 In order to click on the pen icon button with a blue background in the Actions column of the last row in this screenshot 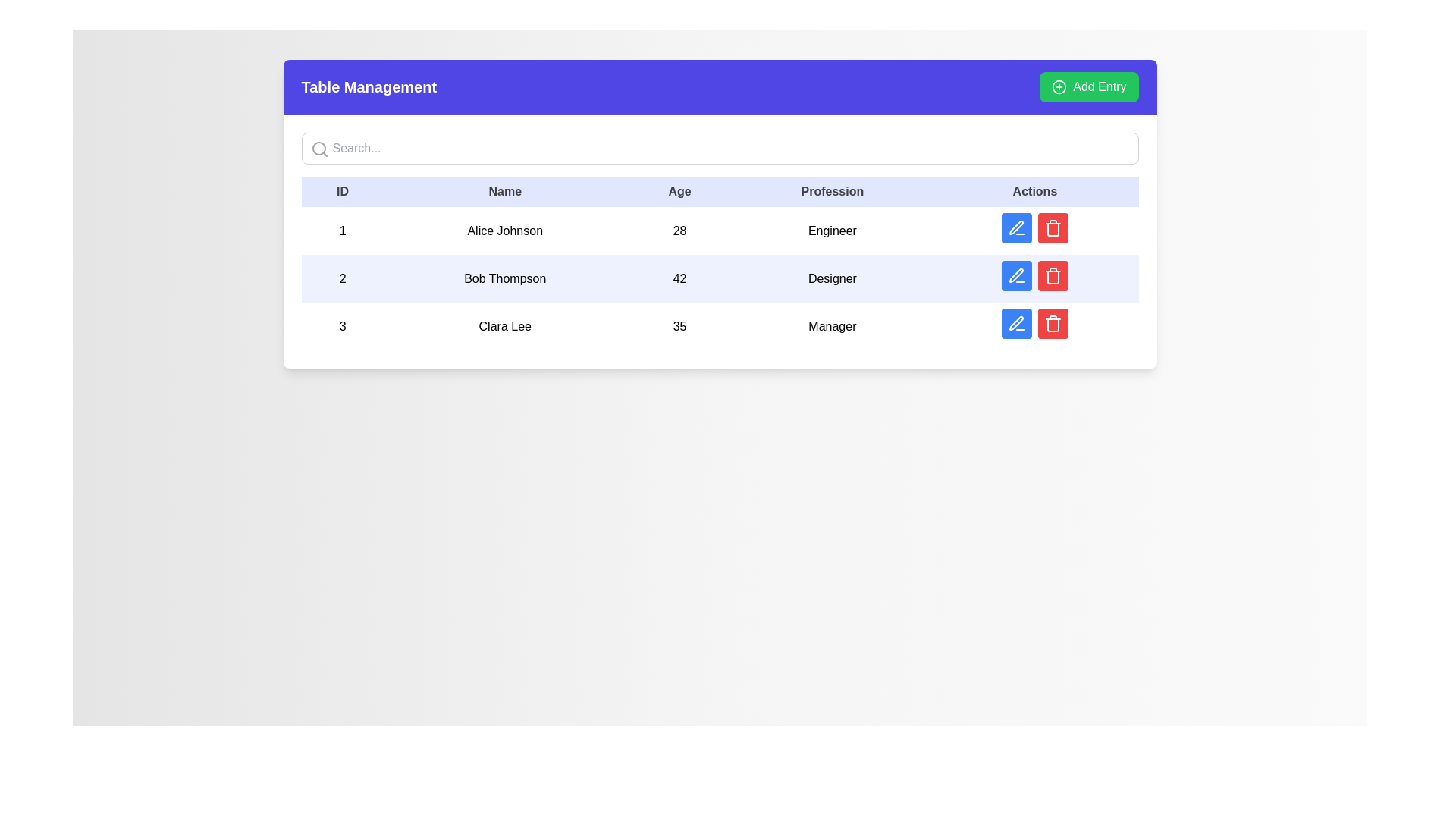, I will do `click(1016, 323)`.